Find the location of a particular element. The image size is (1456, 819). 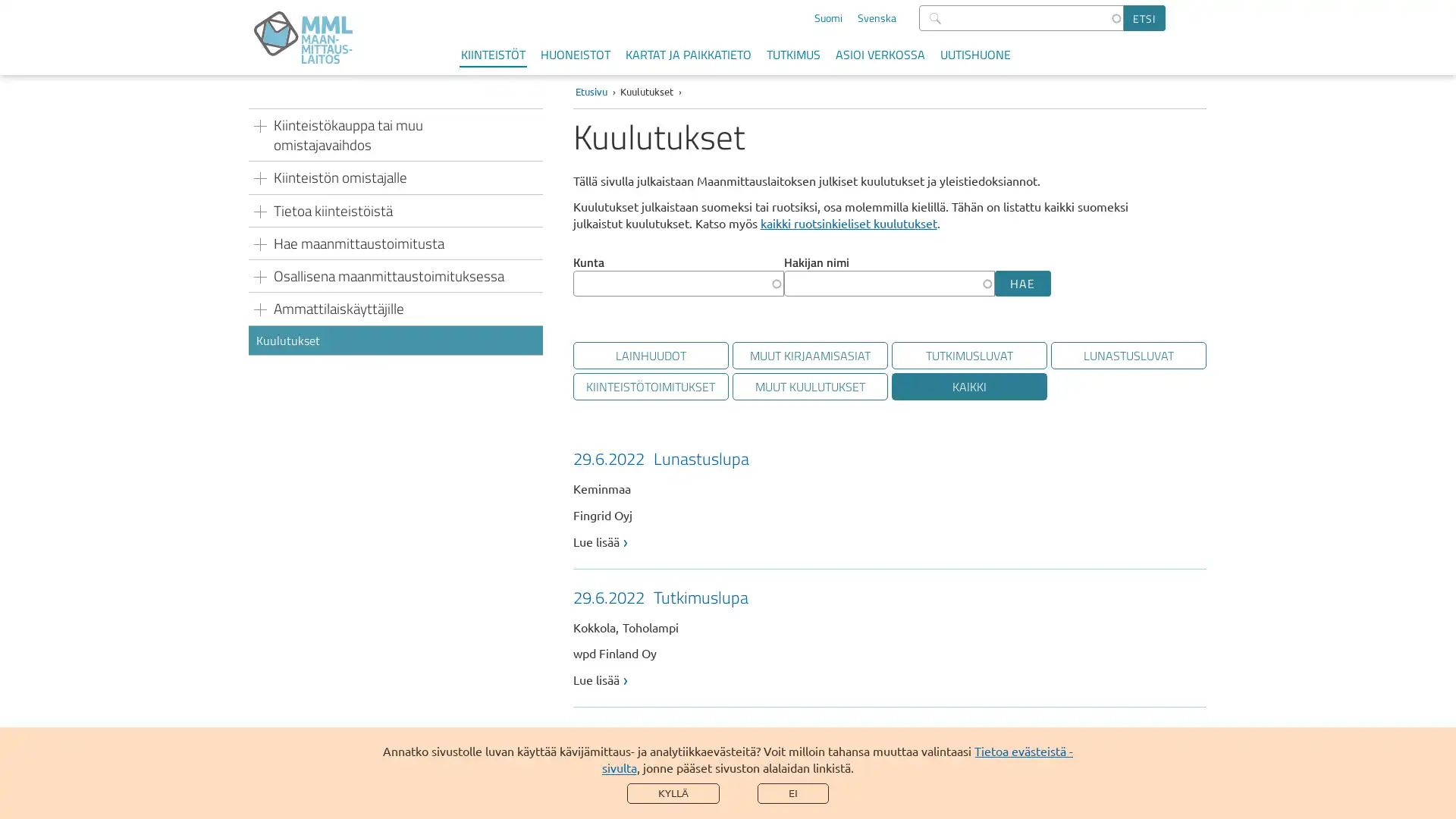

Etsi is located at coordinates (1144, 17).